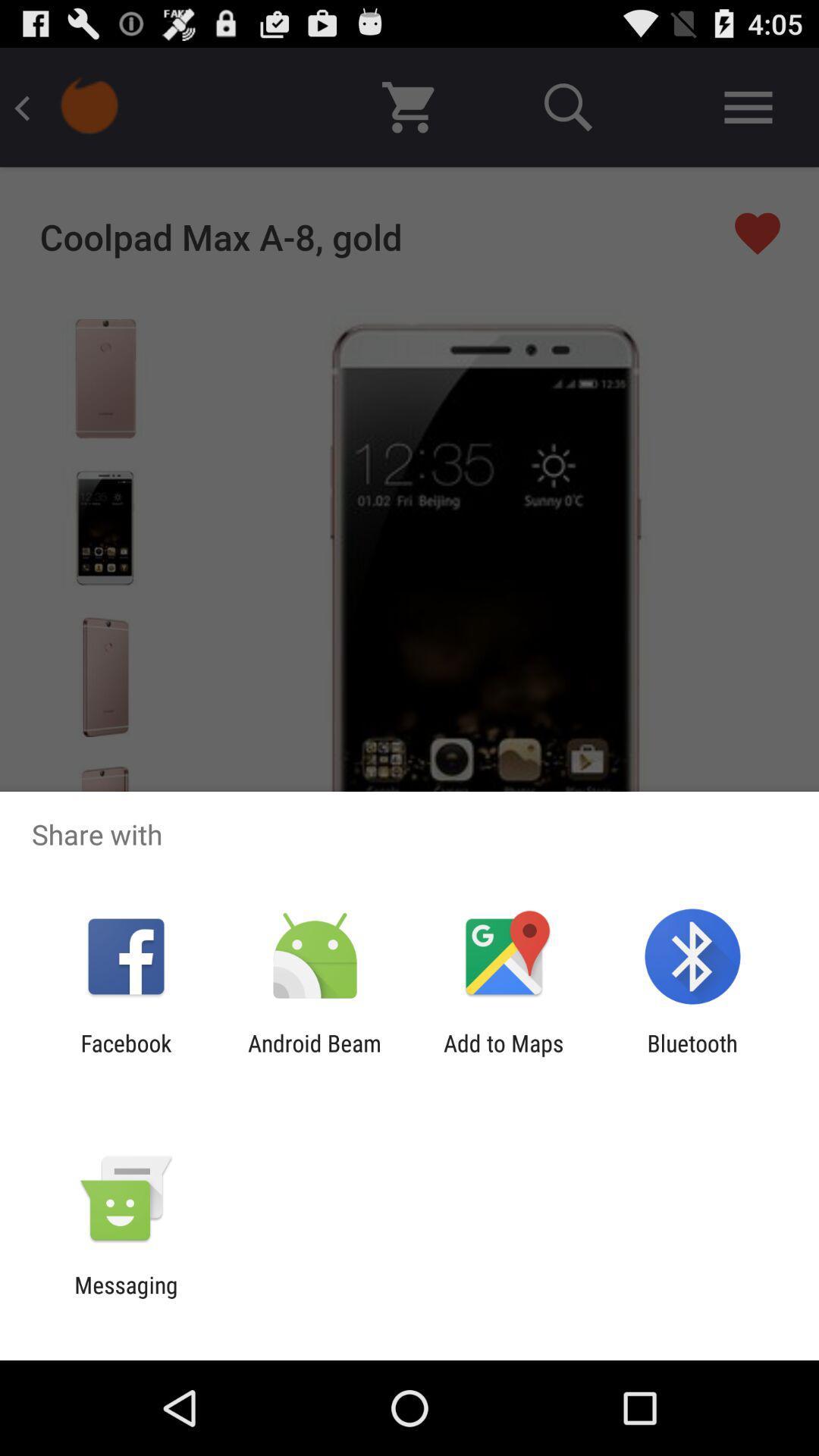 The height and width of the screenshot is (1456, 819). Describe the element at coordinates (504, 1056) in the screenshot. I see `icon to the left of the bluetooth item` at that location.